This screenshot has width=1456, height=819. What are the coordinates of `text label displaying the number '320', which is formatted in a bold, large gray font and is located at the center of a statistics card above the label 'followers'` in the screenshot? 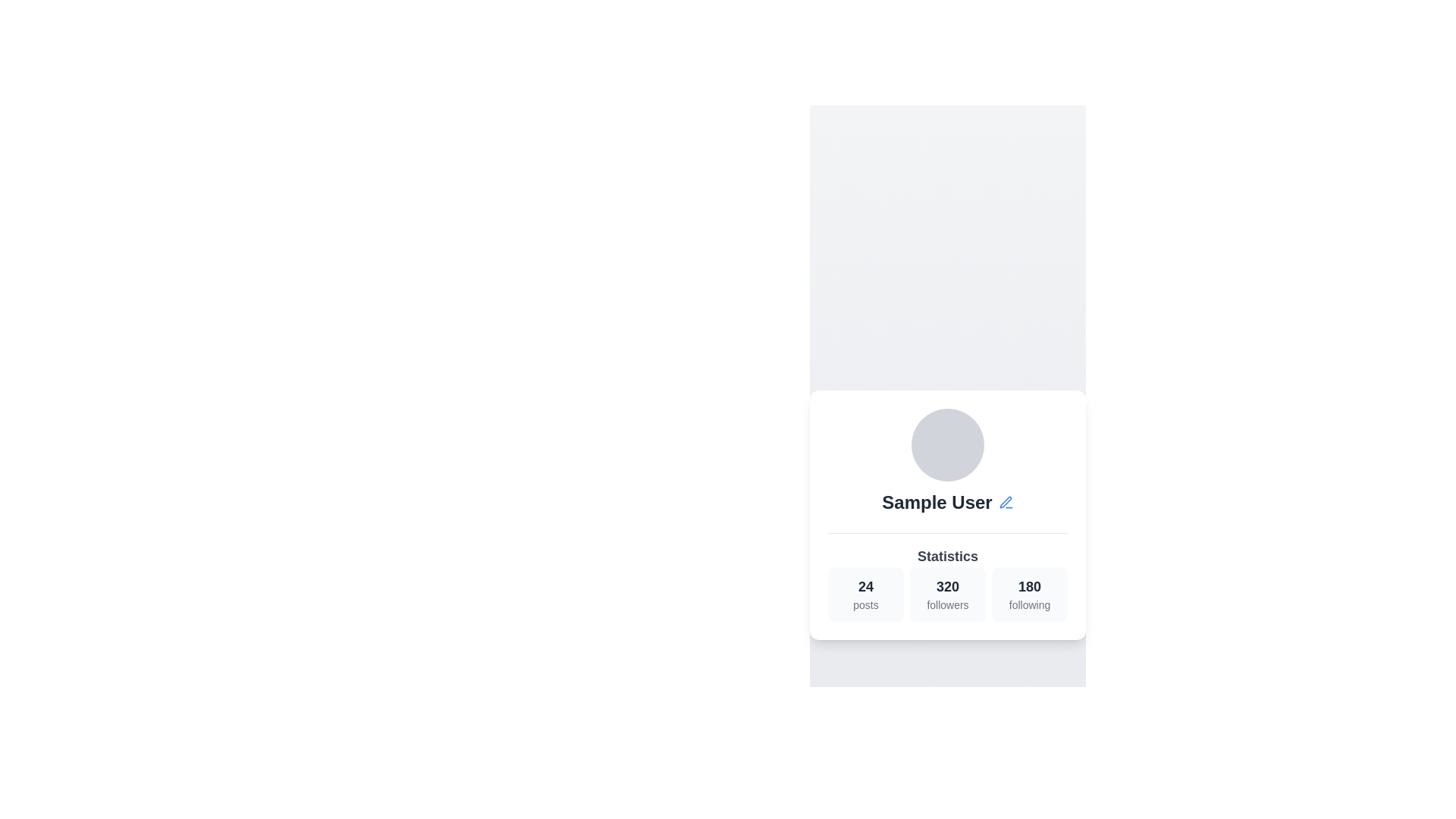 It's located at (946, 585).